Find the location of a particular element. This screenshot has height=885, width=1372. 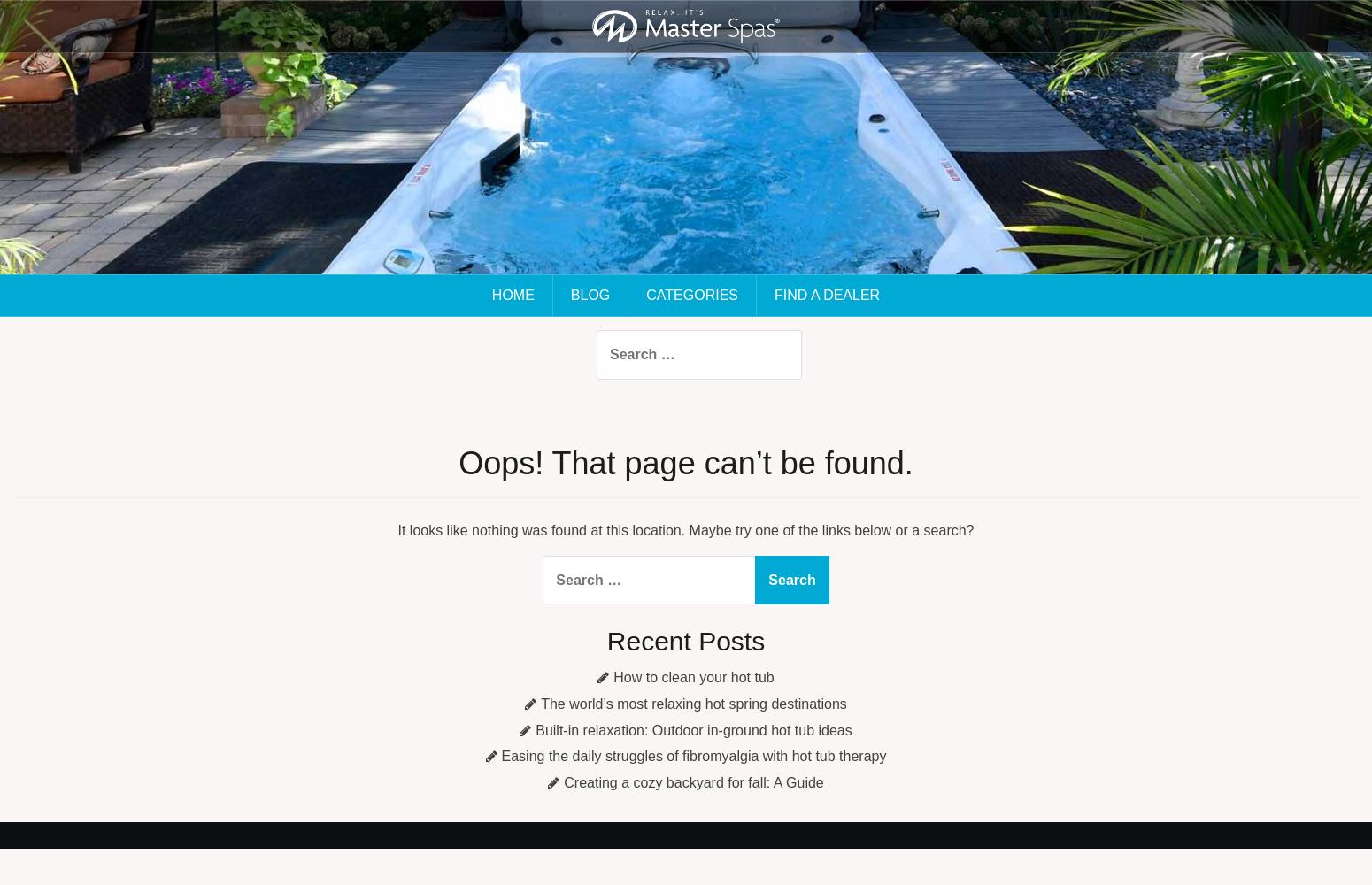

'It looks like nothing was found at this location. Maybe try one of the links below or a search?' is located at coordinates (685, 529).